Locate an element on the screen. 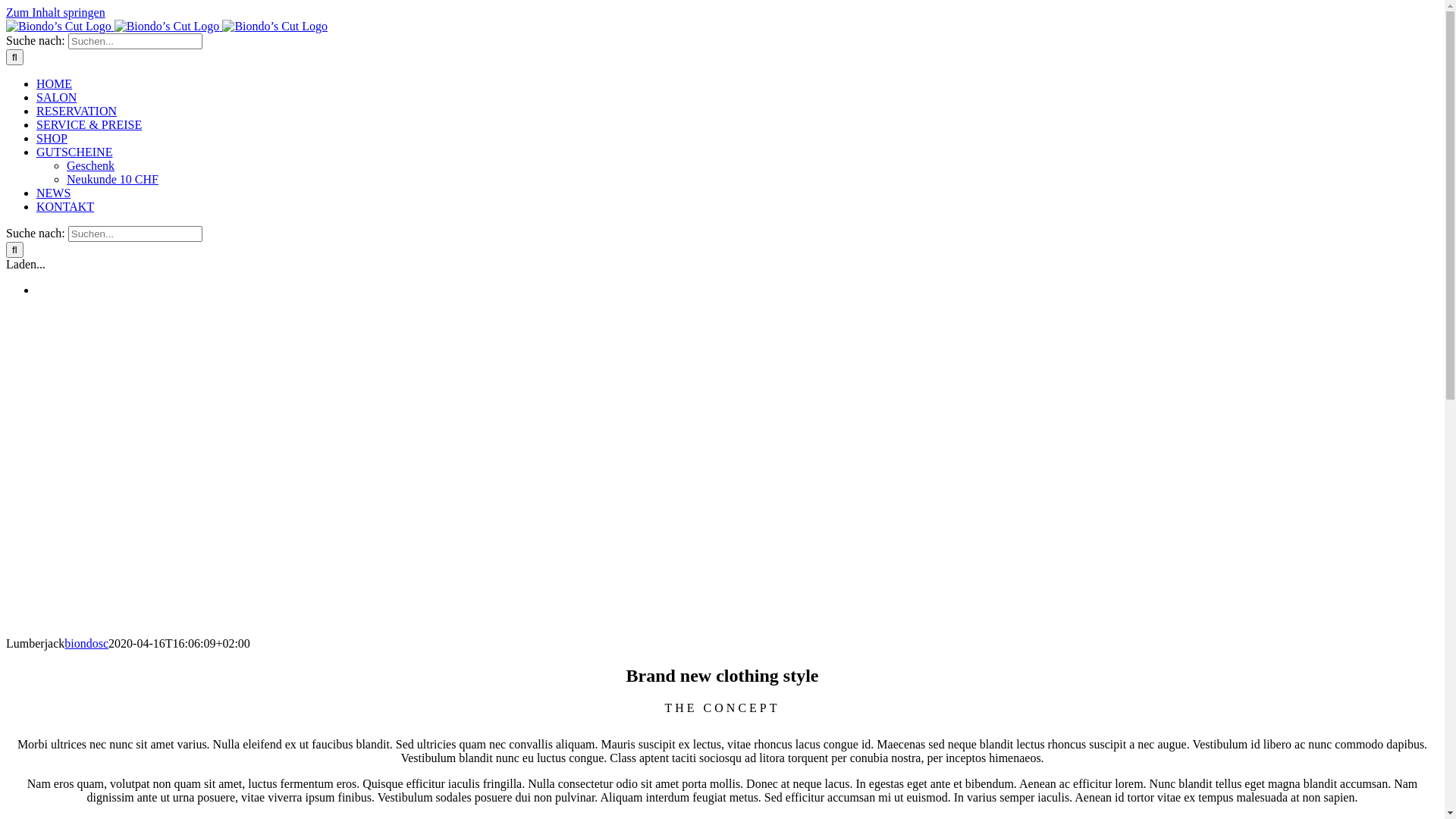  'KONTAKT' is located at coordinates (36, 206).